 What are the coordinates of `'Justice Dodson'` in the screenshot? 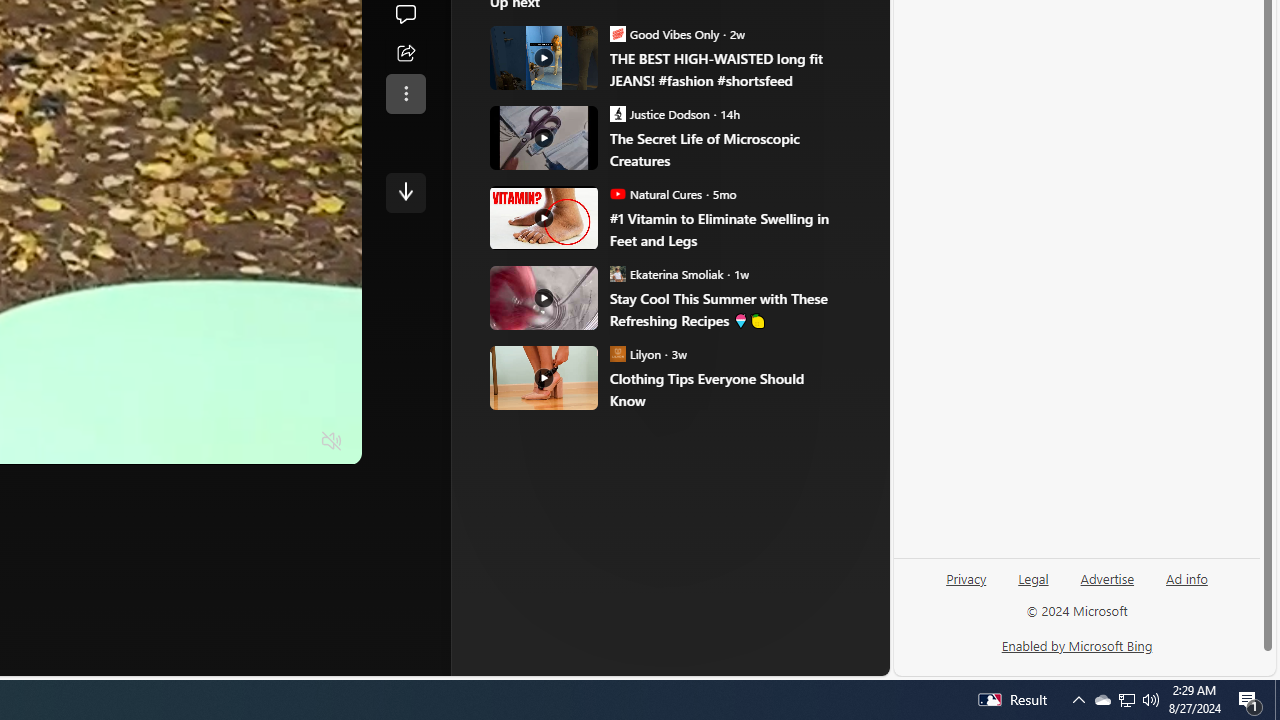 It's located at (617, 113).